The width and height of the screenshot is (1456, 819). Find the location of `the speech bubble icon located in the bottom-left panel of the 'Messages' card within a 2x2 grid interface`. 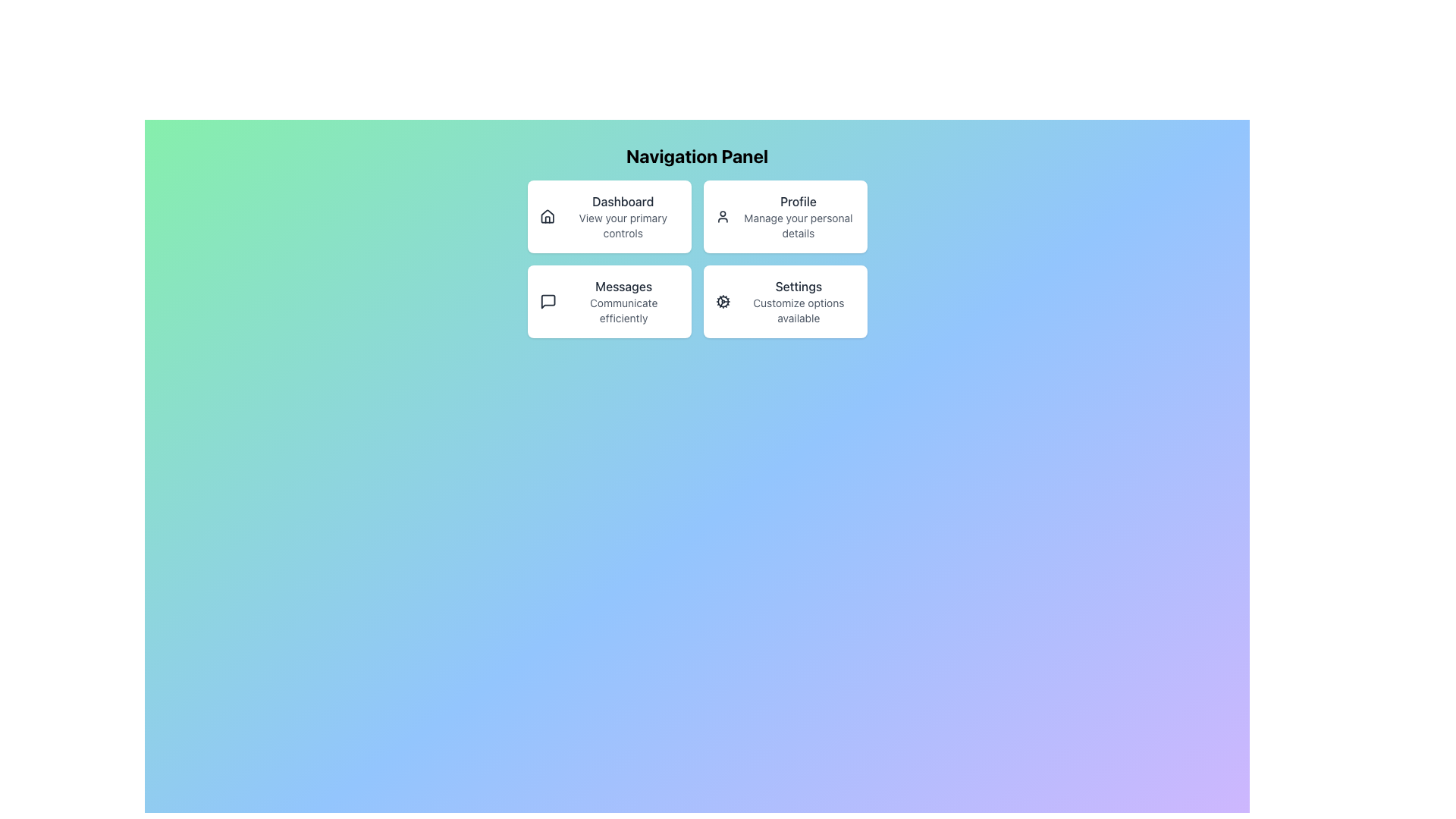

the speech bubble icon located in the bottom-left panel of the 'Messages' card within a 2x2 grid interface is located at coordinates (547, 301).